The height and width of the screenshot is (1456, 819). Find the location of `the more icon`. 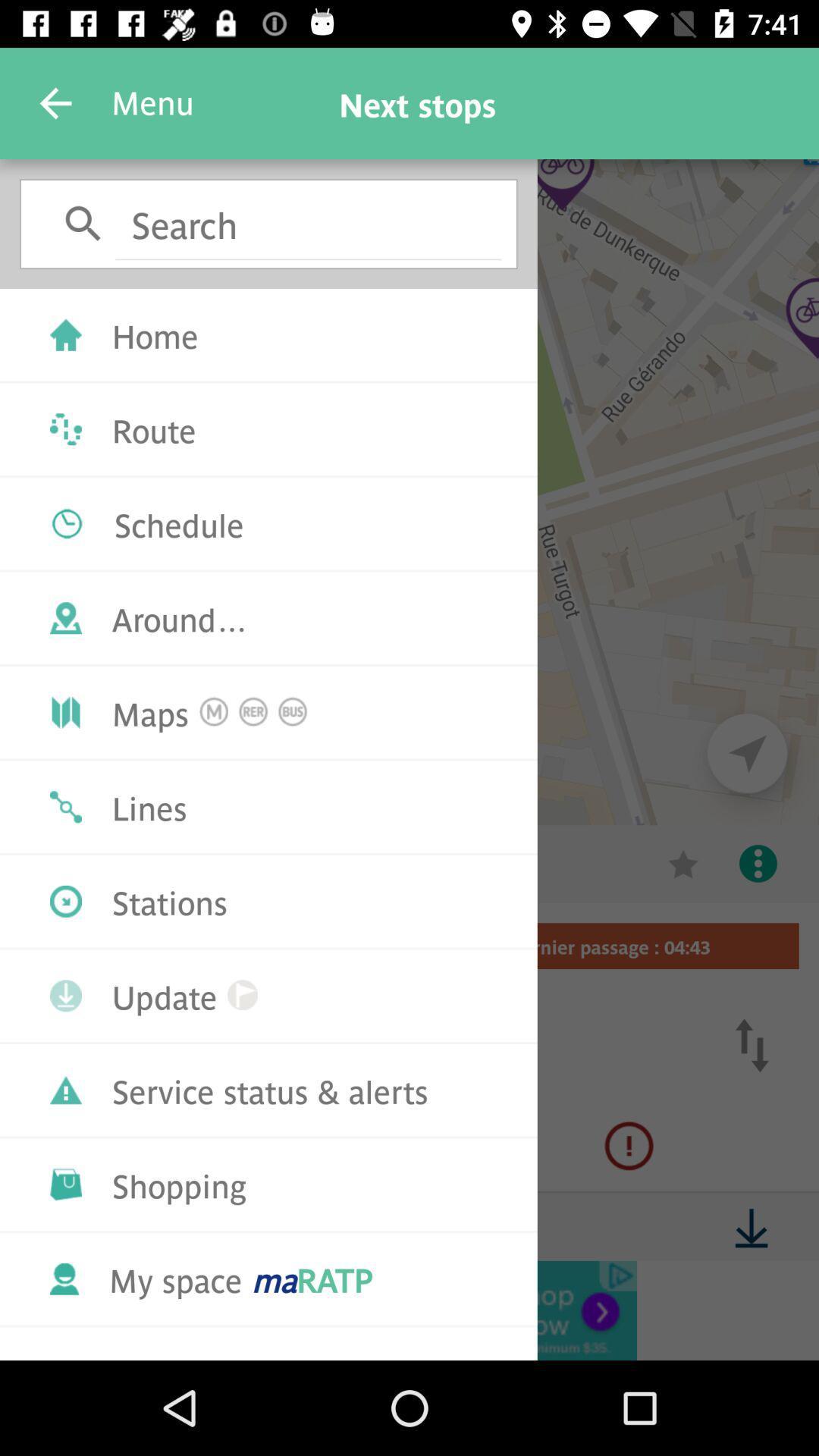

the more icon is located at coordinates (758, 864).